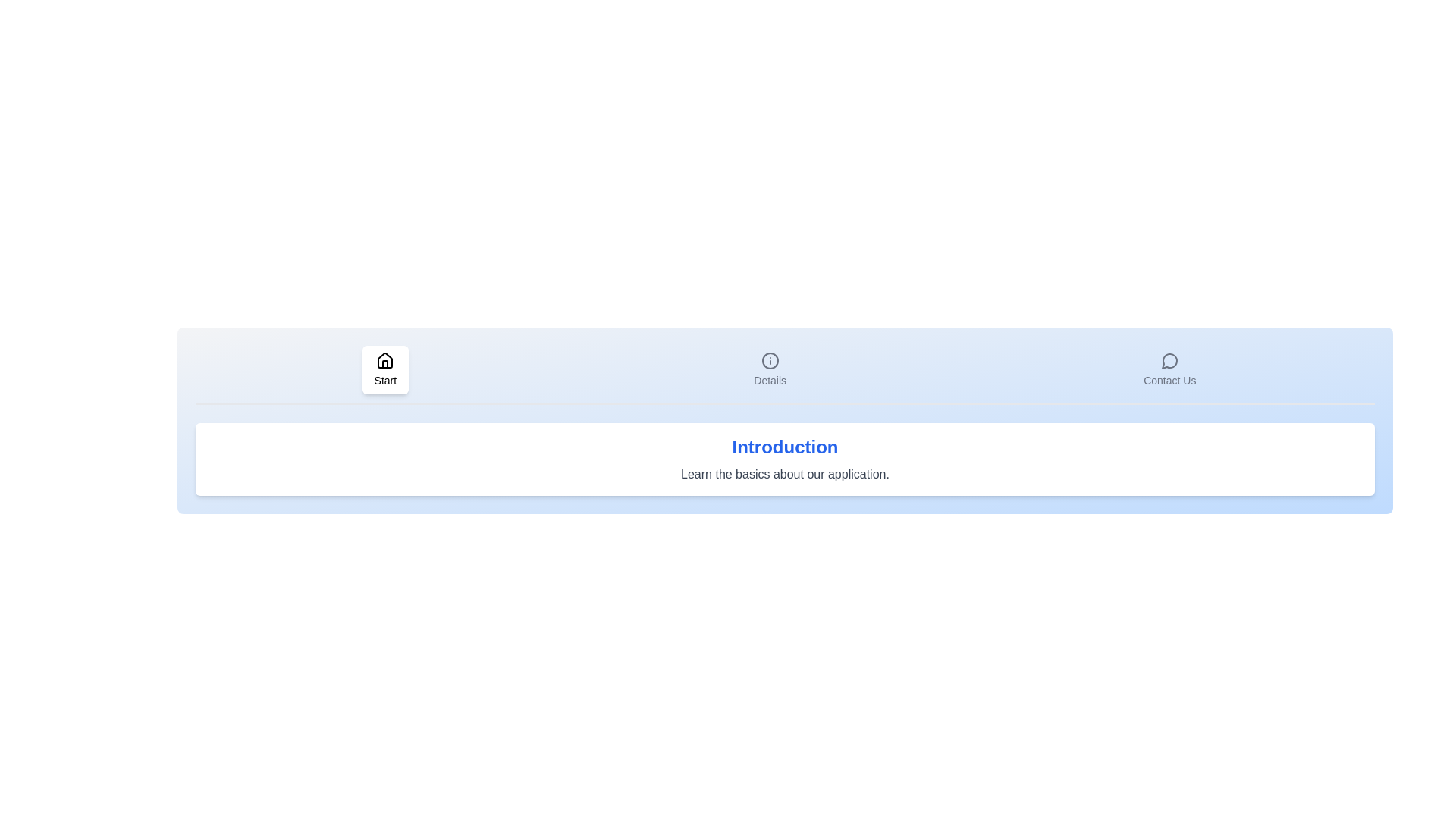  I want to click on the icon of the Start tab to activate it, so click(385, 370).